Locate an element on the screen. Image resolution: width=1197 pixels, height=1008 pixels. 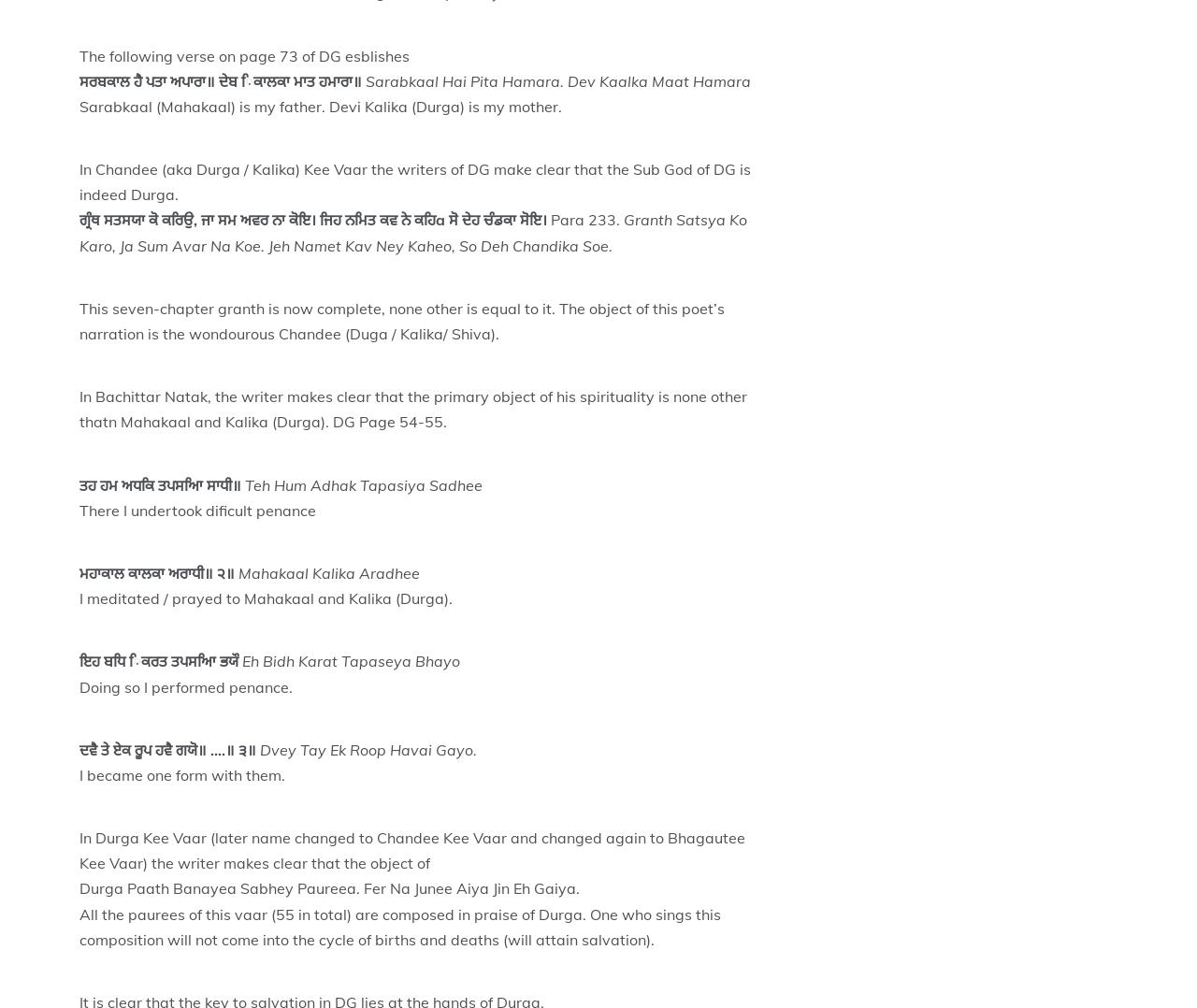
'There I undertook dificult penance' is located at coordinates (197, 509).